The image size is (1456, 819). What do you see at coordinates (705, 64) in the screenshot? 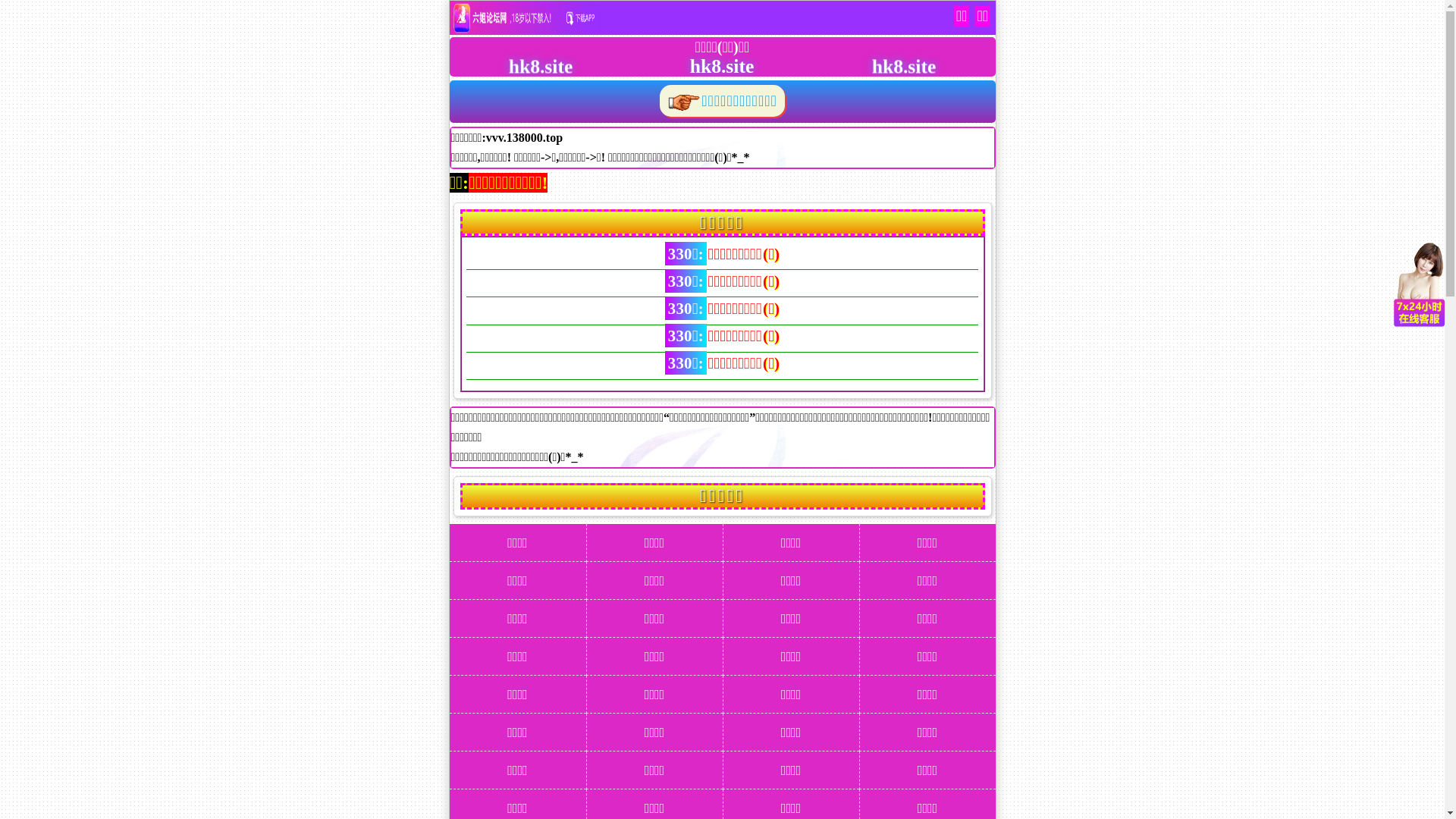
I see `'hk8.site'` at bounding box center [705, 64].